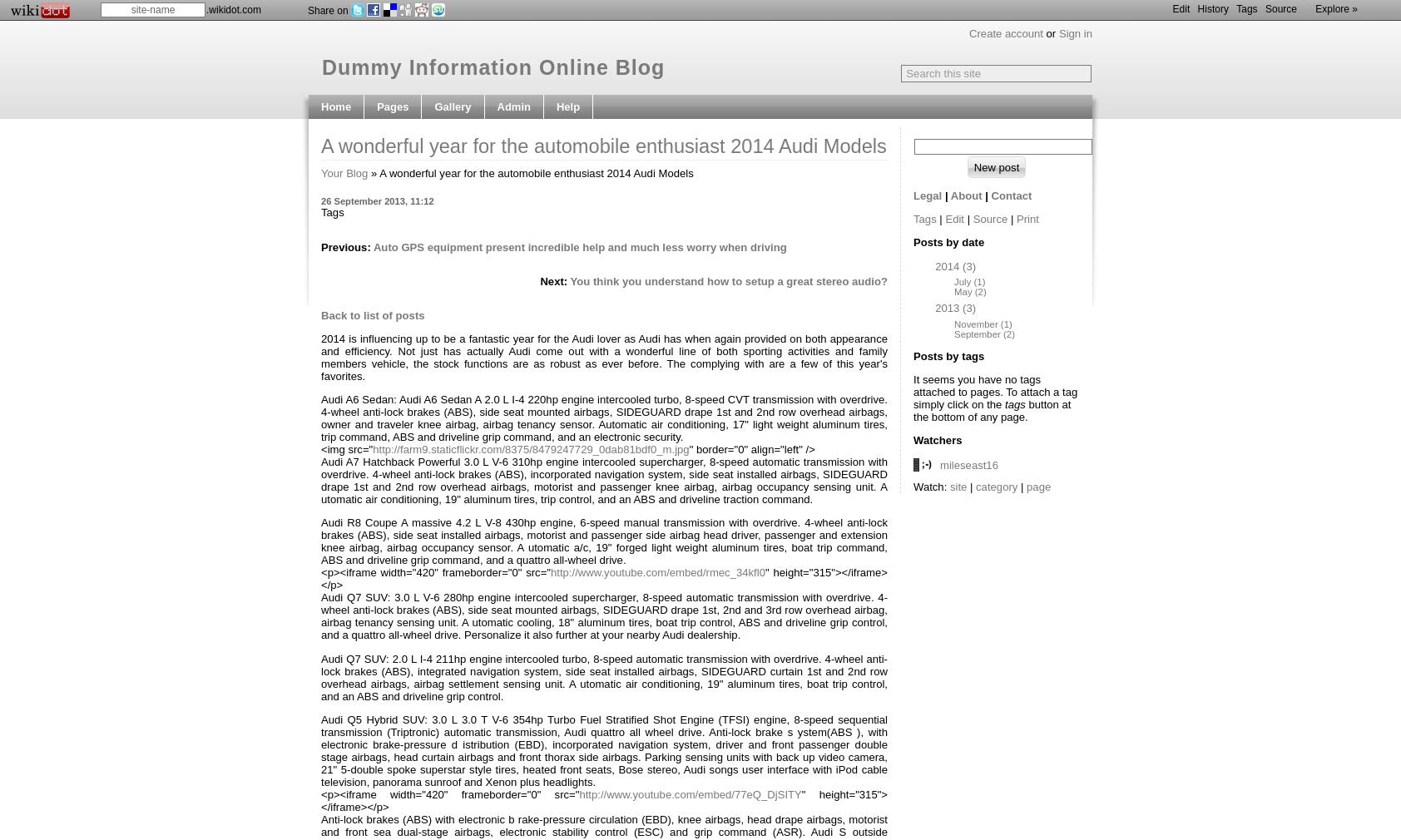 The image size is (1401, 840). What do you see at coordinates (1016, 219) in the screenshot?
I see `'Print'` at bounding box center [1016, 219].